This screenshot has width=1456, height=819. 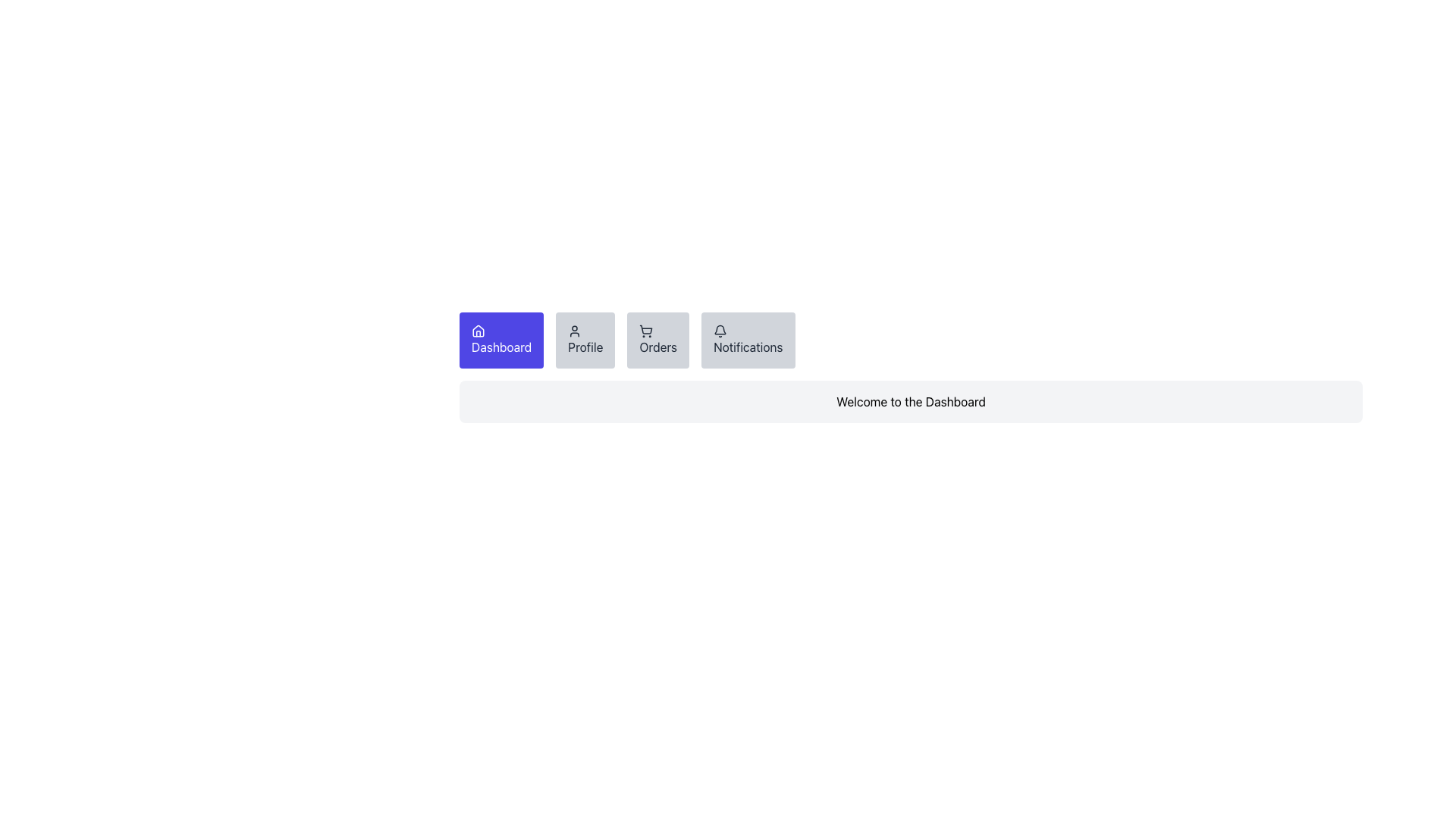 I want to click on the 'Orders' text in the navigation menu, which is styled in black on a light grey background and located to the right of a shopping cart icon, so click(x=658, y=347).